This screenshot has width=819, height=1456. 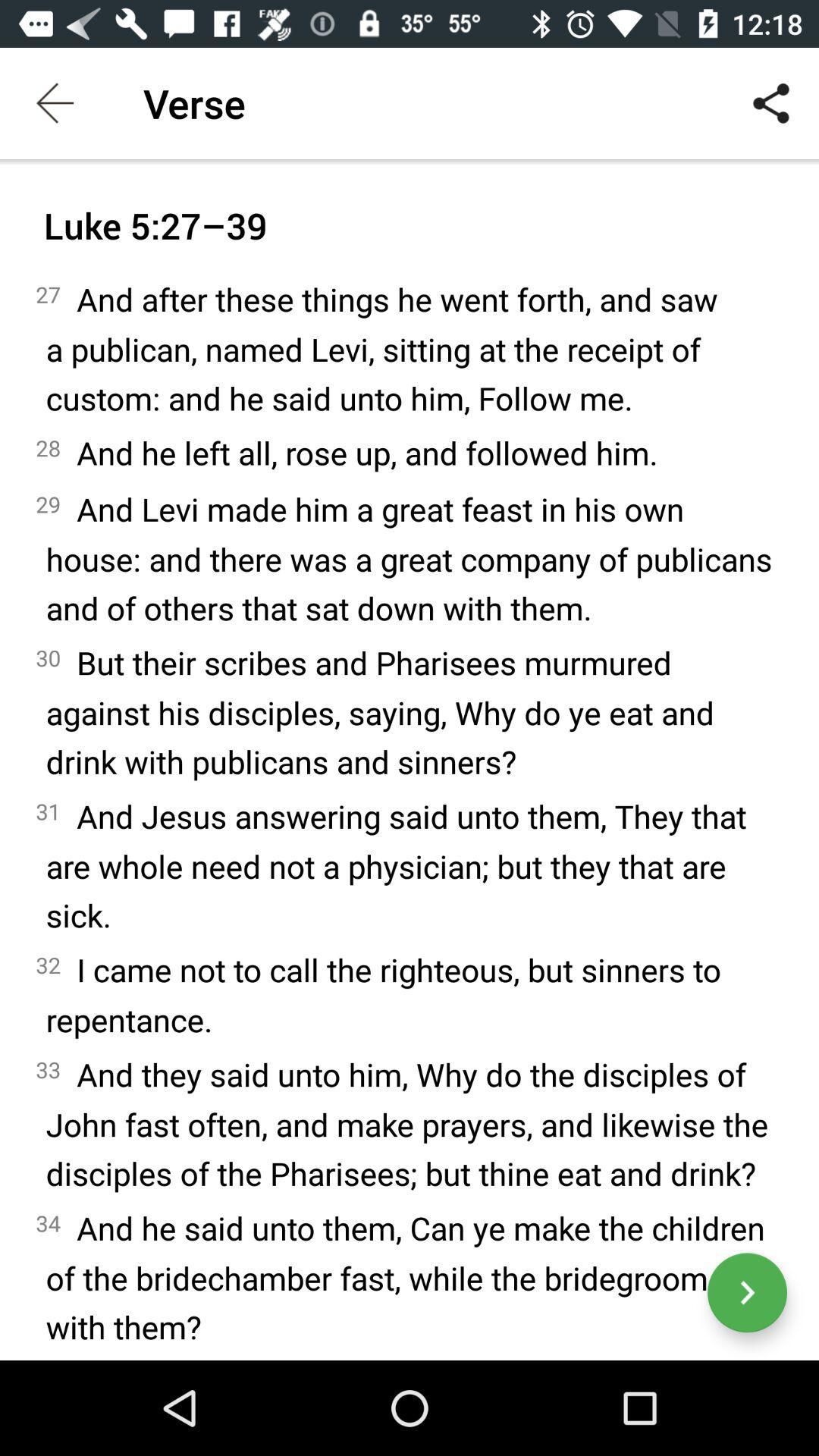 What do you see at coordinates (746, 1291) in the screenshot?
I see `the arrow_forward icon` at bounding box center [746, 1291].